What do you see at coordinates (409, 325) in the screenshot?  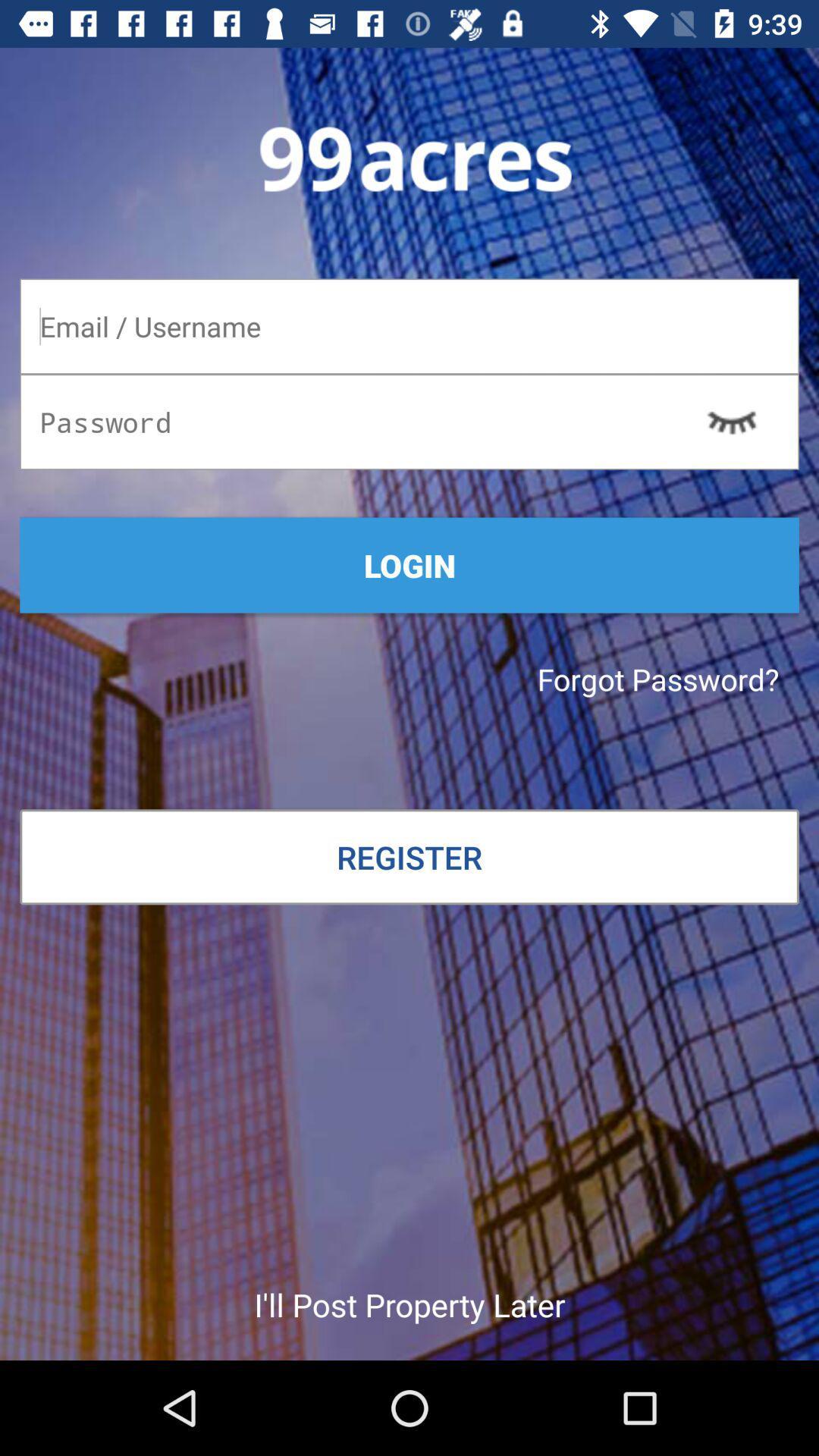 I see `password page` at bounding box center [409, 325].